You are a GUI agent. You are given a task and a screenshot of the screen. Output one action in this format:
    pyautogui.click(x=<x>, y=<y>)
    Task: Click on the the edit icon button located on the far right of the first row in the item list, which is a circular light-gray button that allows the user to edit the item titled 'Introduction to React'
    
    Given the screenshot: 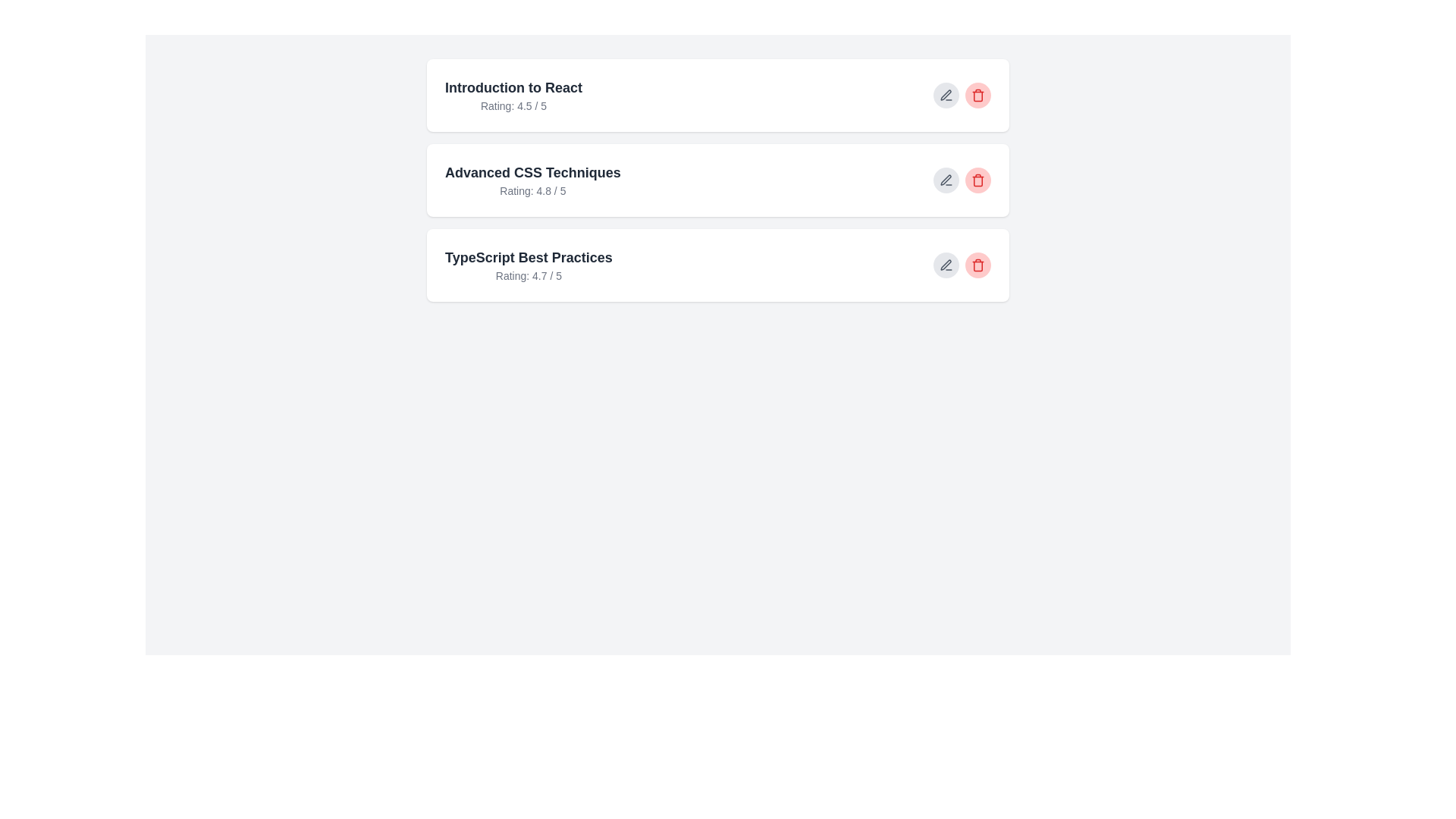 What is the action you would take?
    pyautogui.click(x=946, y=96)
    